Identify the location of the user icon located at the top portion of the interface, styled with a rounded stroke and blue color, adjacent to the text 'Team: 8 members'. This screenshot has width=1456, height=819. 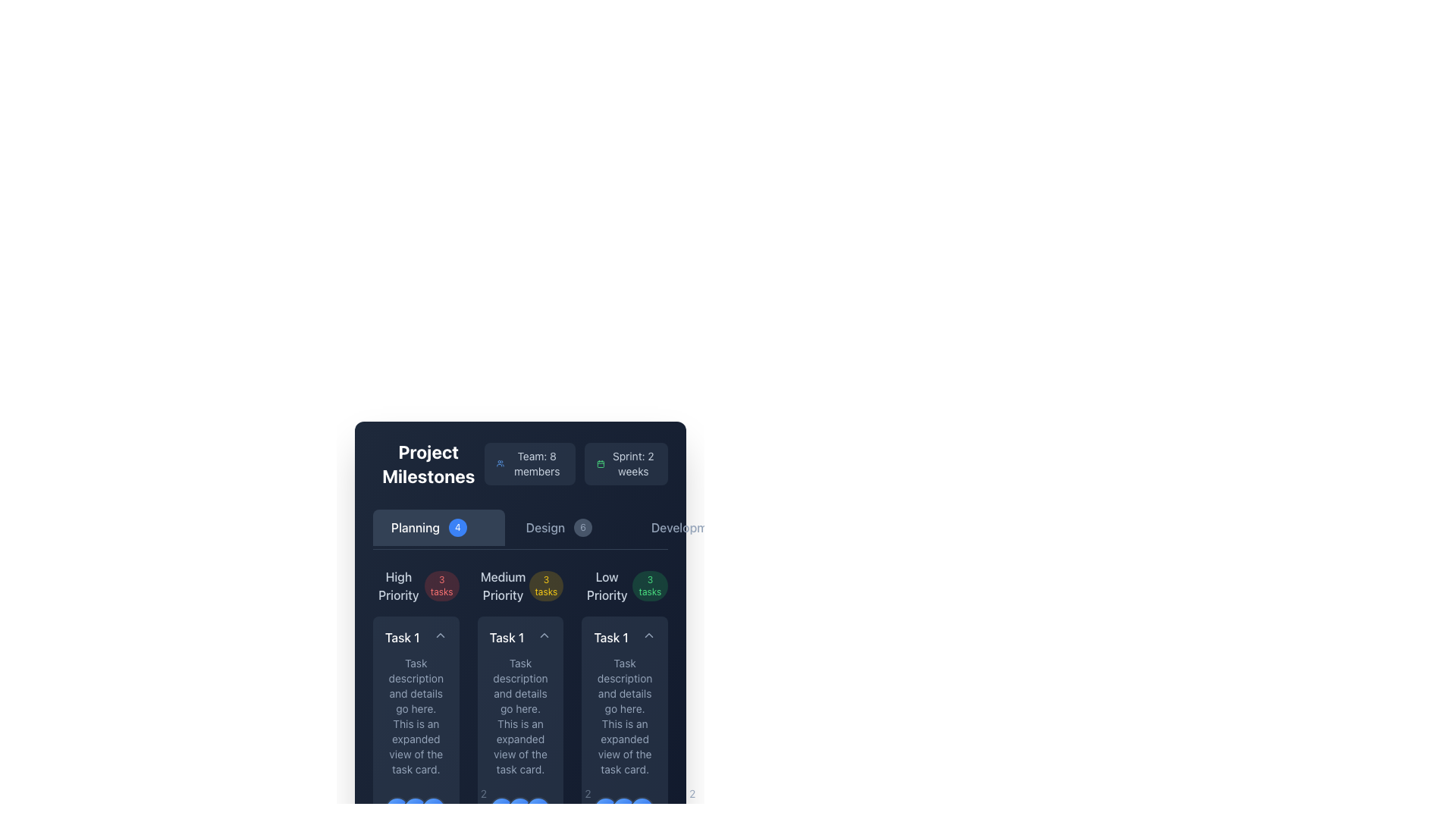
(500, 463).